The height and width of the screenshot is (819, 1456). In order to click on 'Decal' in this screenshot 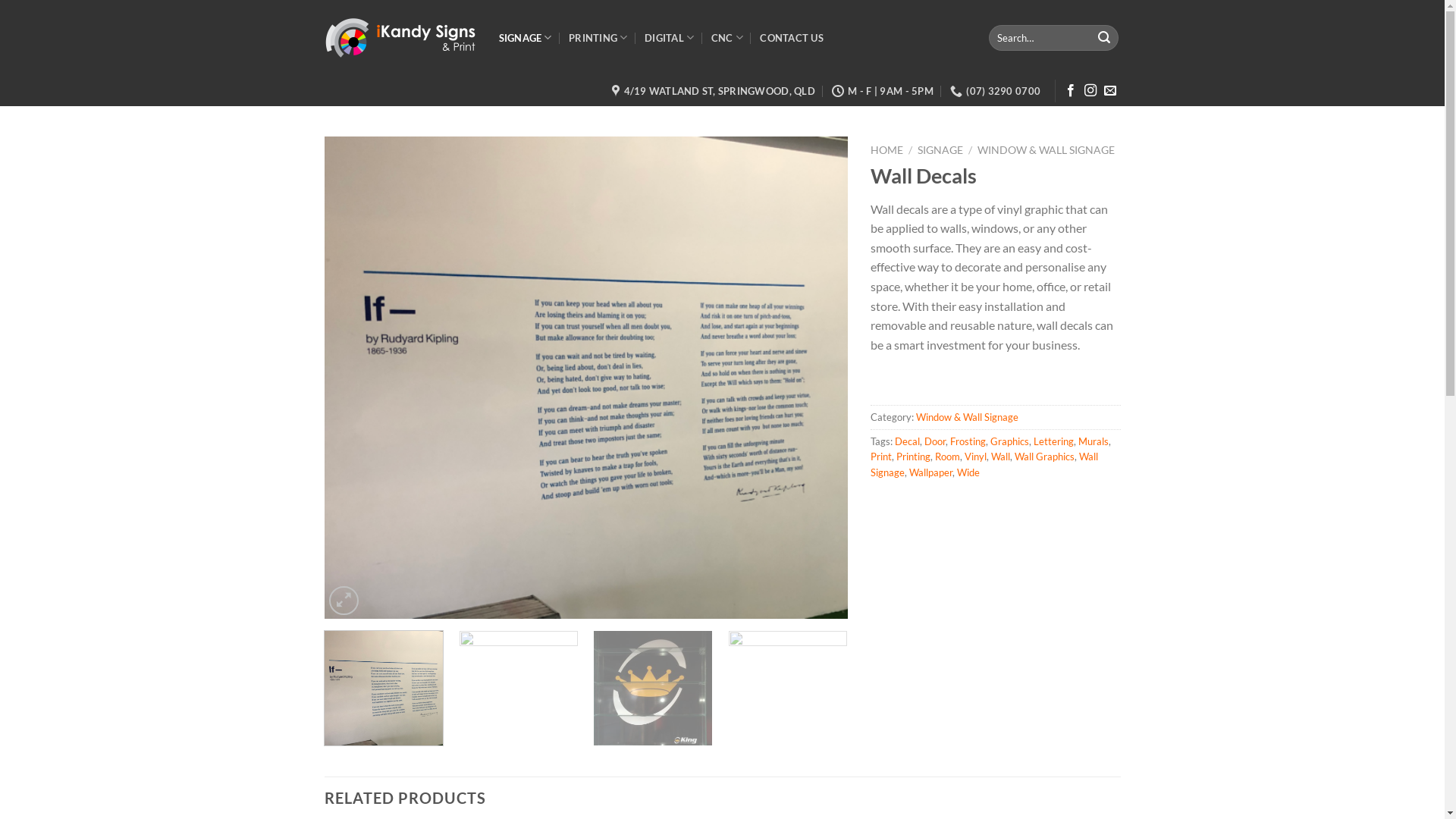, I will do `click(895, 441)`.